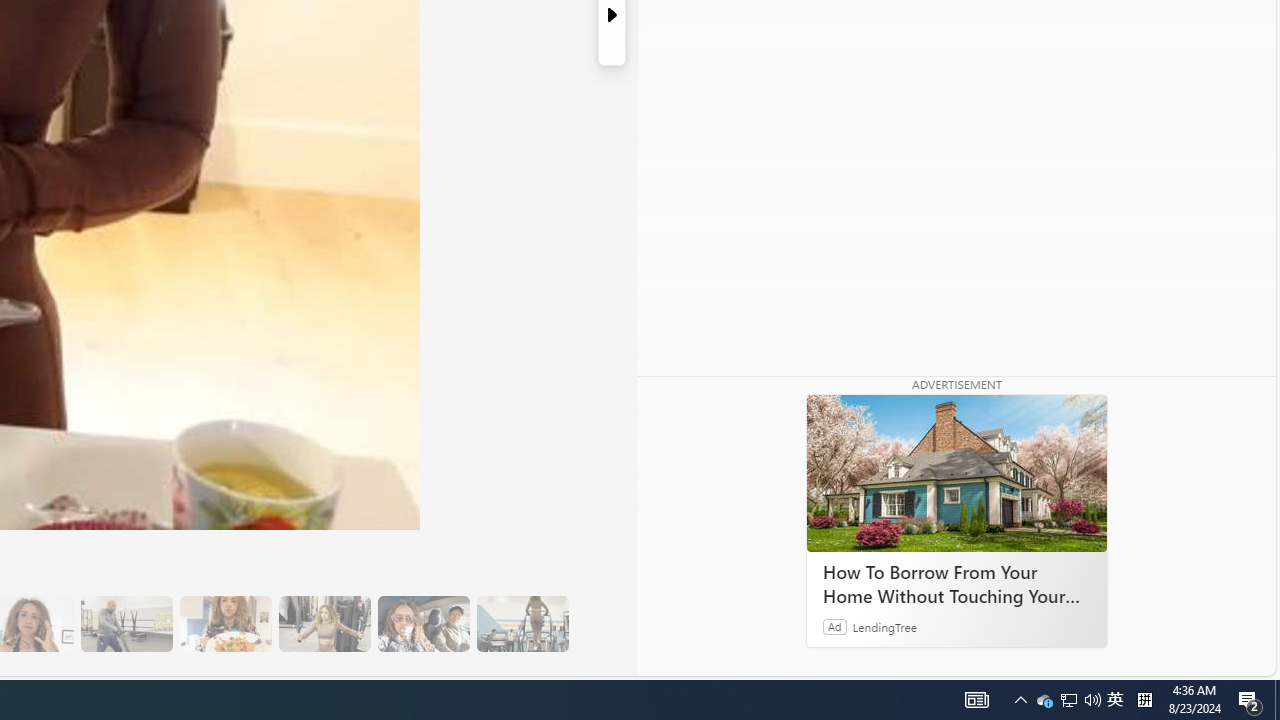 This screenshot has width=1280, height=720. I want to click on 'Ad', so click(835, 625).